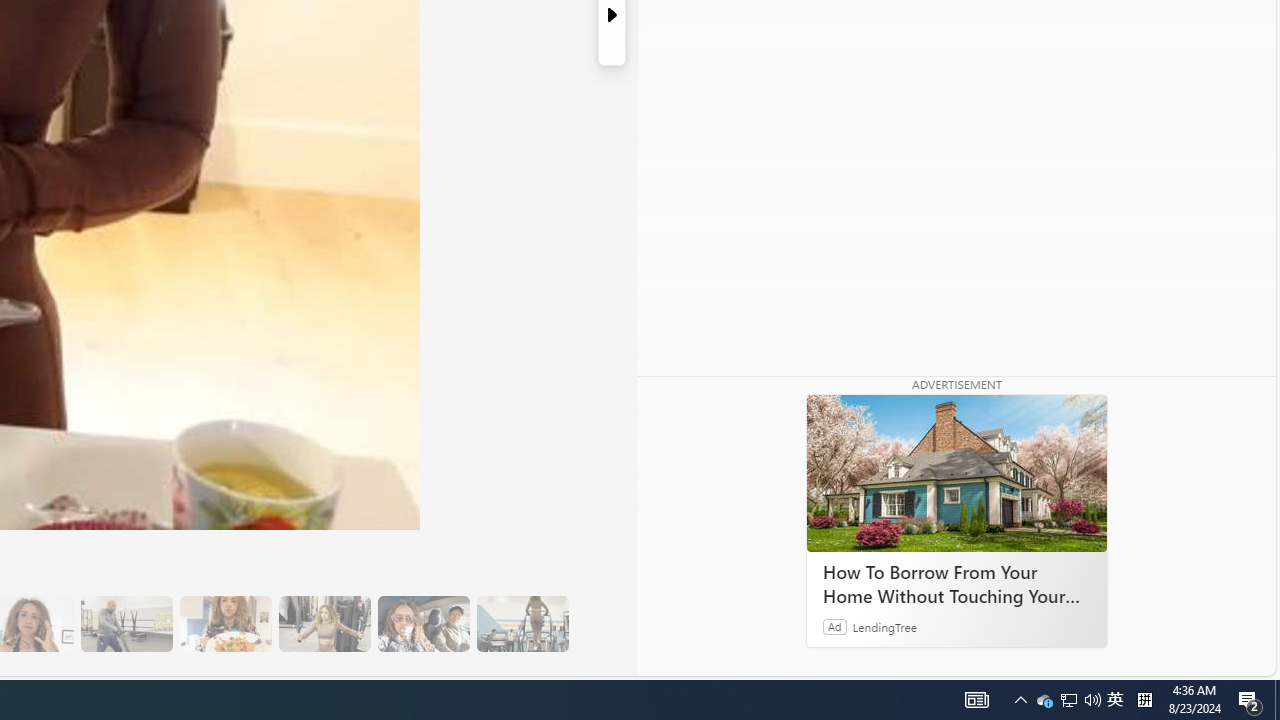 This screenshot has width=1280, height=720. I want to click on 'Ad', so click(835, 625).